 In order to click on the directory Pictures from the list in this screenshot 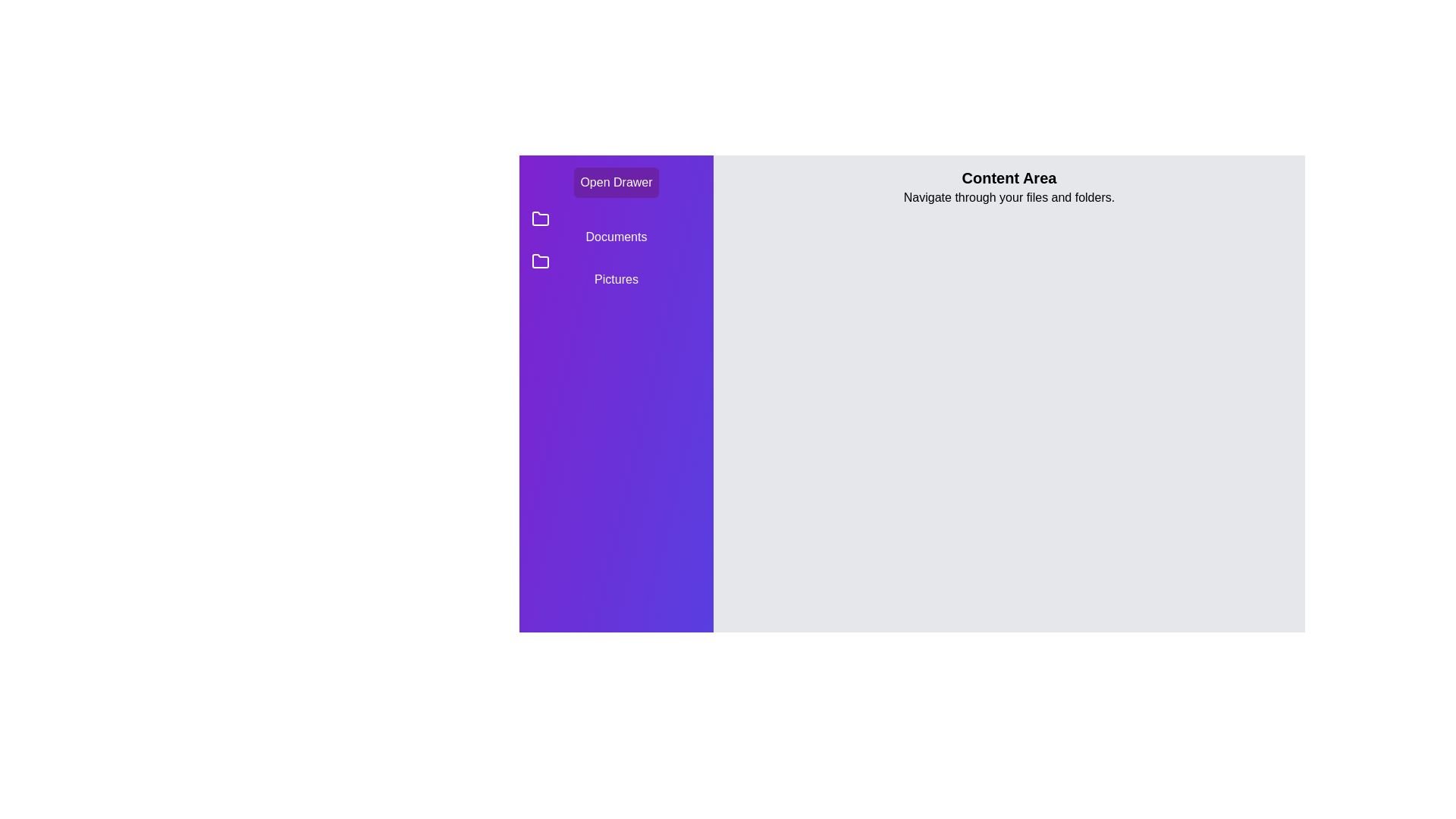, I will do `click(616, 270)`.